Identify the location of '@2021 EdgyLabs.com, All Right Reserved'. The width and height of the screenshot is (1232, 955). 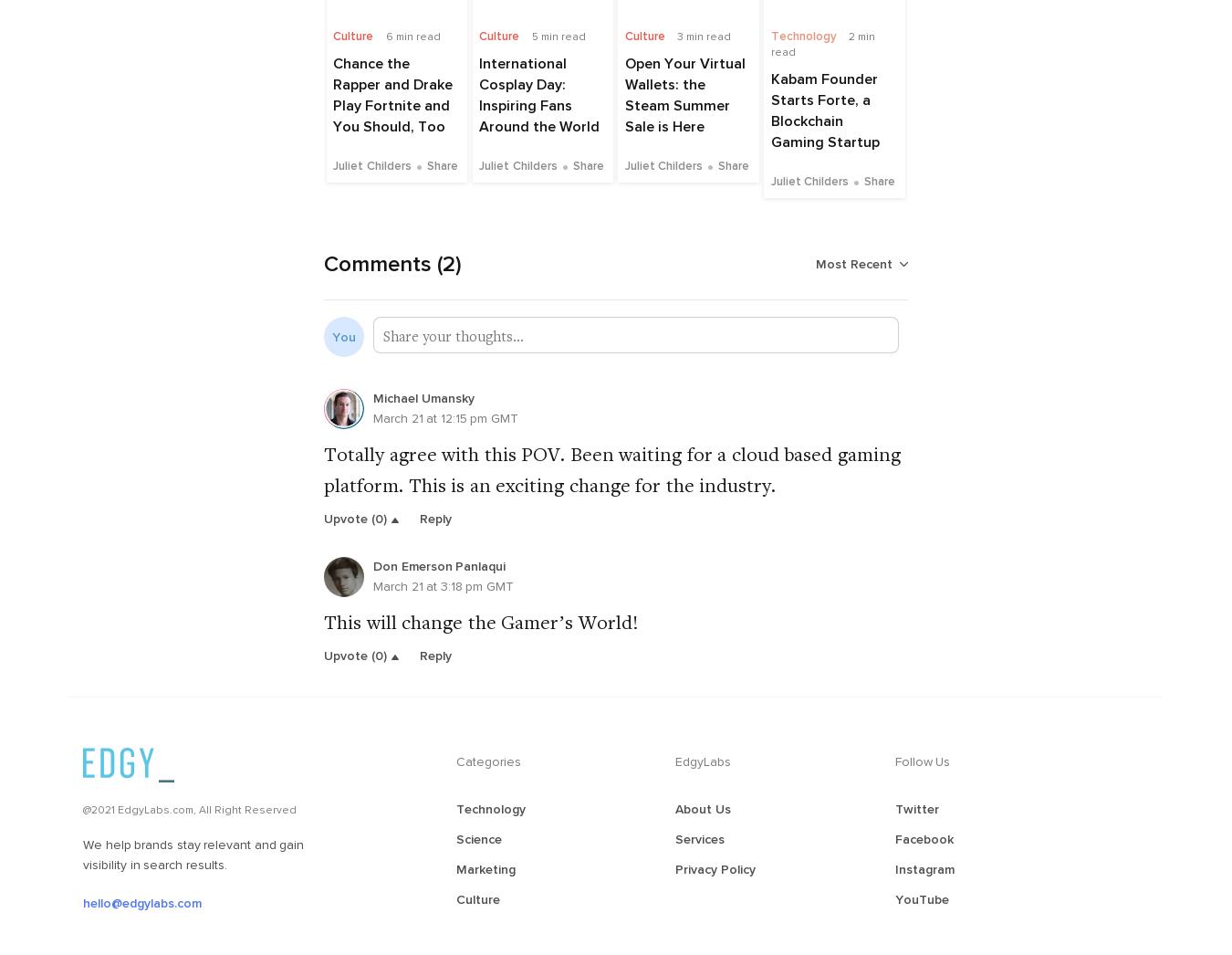
(190, 808).